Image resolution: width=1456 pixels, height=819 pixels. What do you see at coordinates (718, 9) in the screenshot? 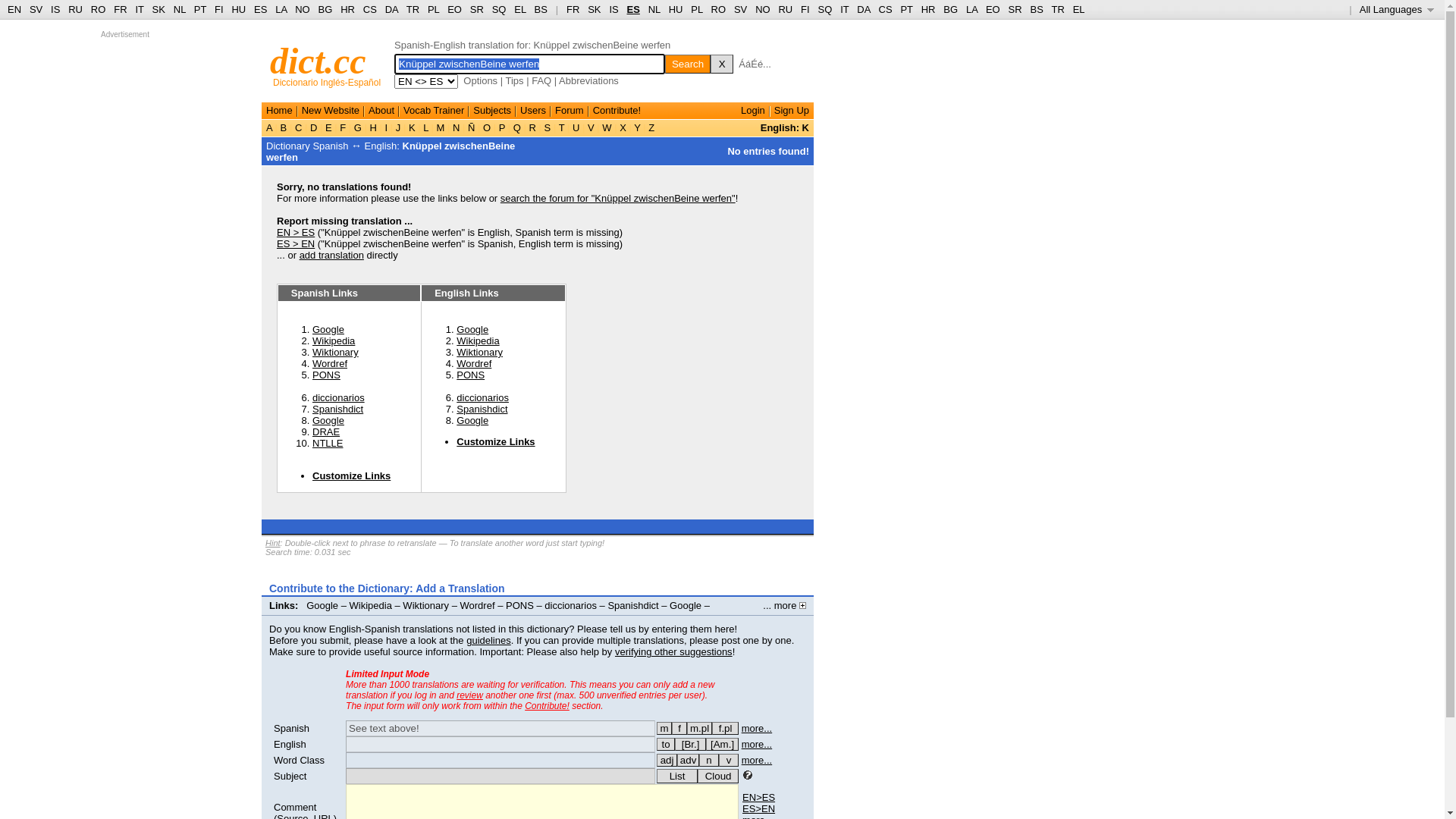
I see `'RO'` at bounding box center [718, 9].